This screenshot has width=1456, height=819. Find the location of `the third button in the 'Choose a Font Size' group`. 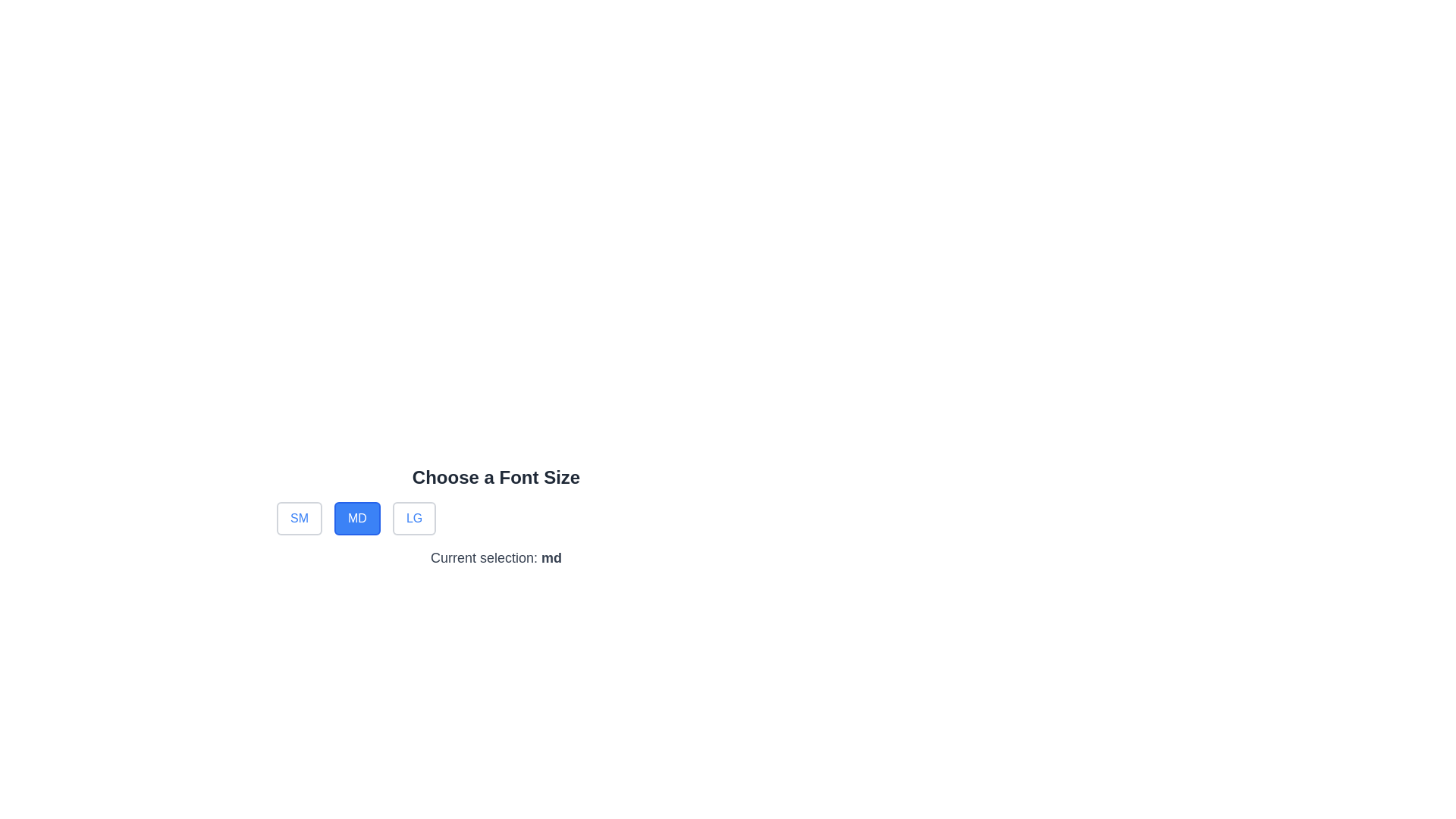

the third button in the 'Choose a Font Size' group is located at coordinates (414, 517).